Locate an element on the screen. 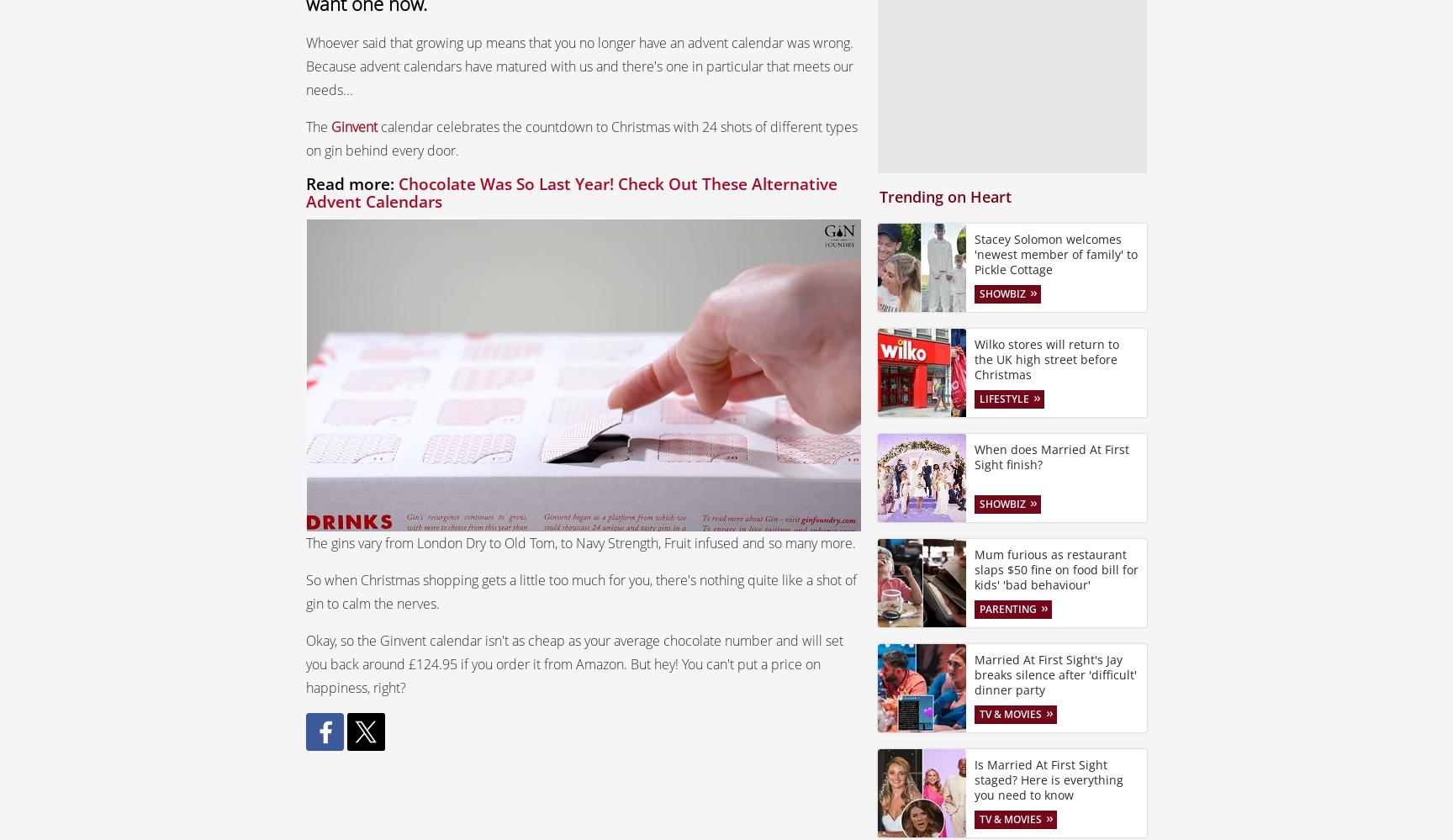 The image size is (1453, 840). 'When does Married At First Sight finish?' is located at coordinates (974, 455).